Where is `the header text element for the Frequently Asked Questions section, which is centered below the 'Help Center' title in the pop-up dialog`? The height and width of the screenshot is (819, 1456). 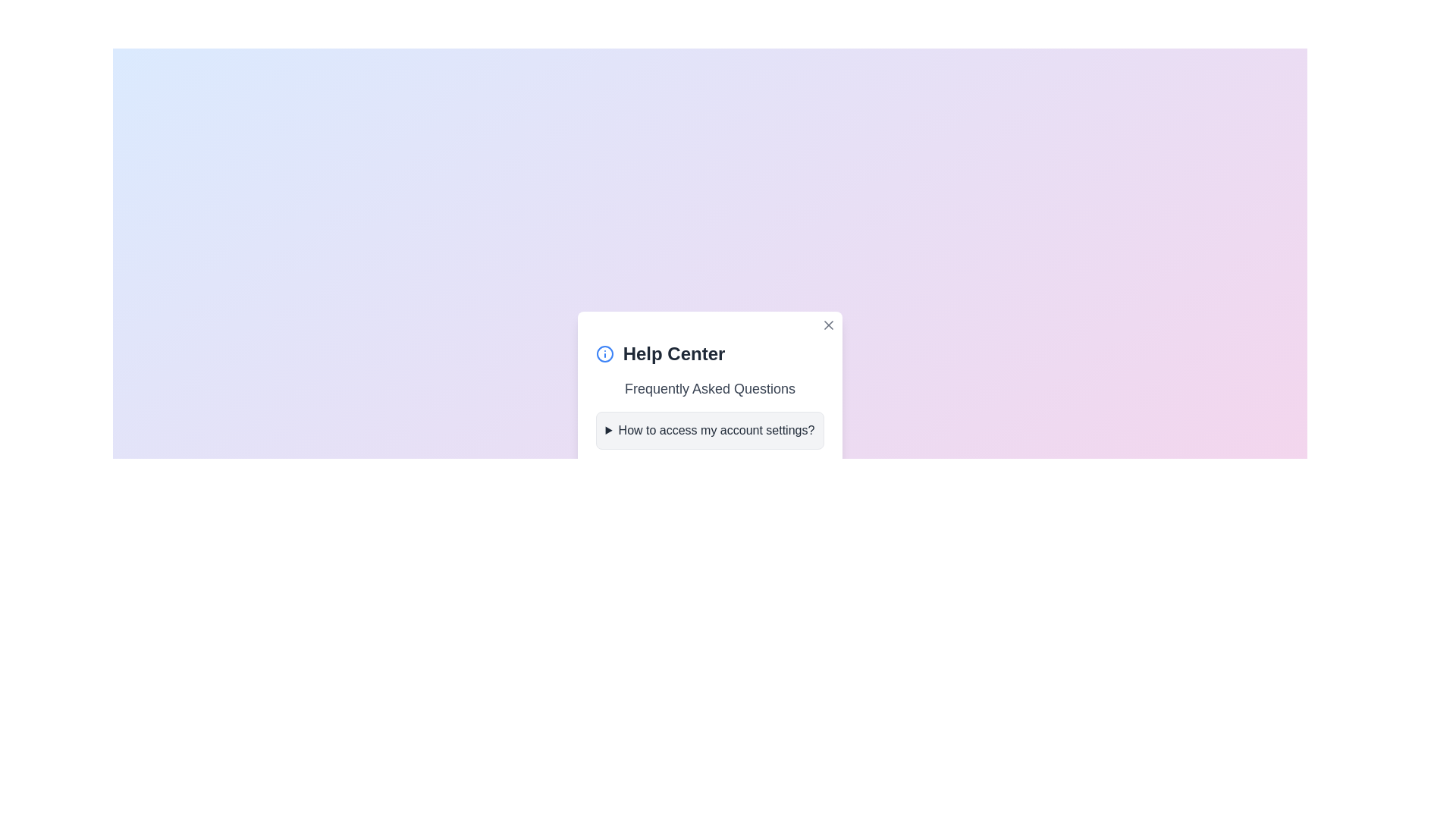
the header text element for the Frequently Asked Questions section, which is centered below the 'Help Center' title in the pop-up dialog is located at coordinates (709, 388).